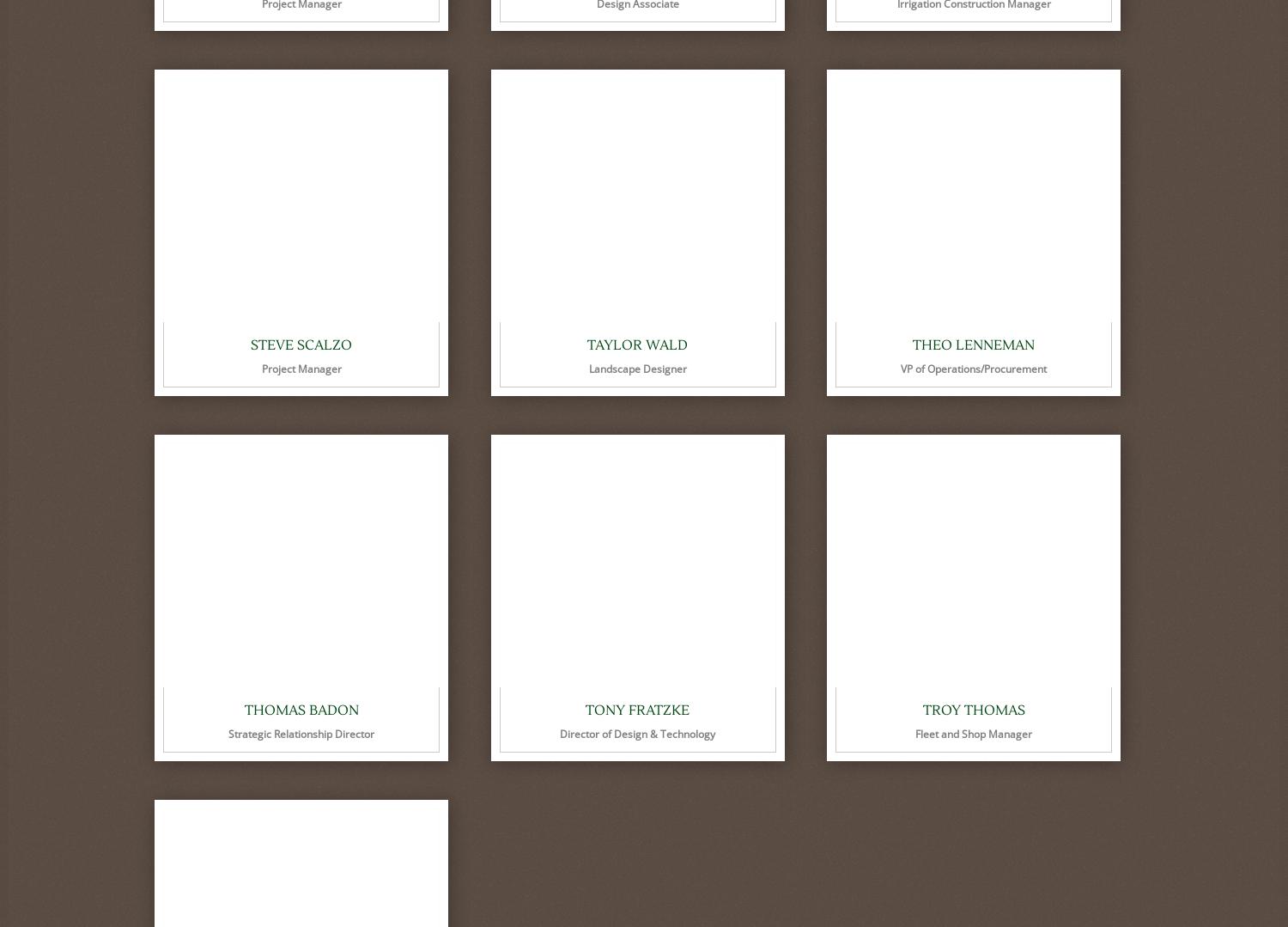 Image resolution: width=1288 pixels, height=927 pixels. Describe the element at coordinates (301, 734) in the screenshot. I see `'Strategic Relationship Director'` at that location.